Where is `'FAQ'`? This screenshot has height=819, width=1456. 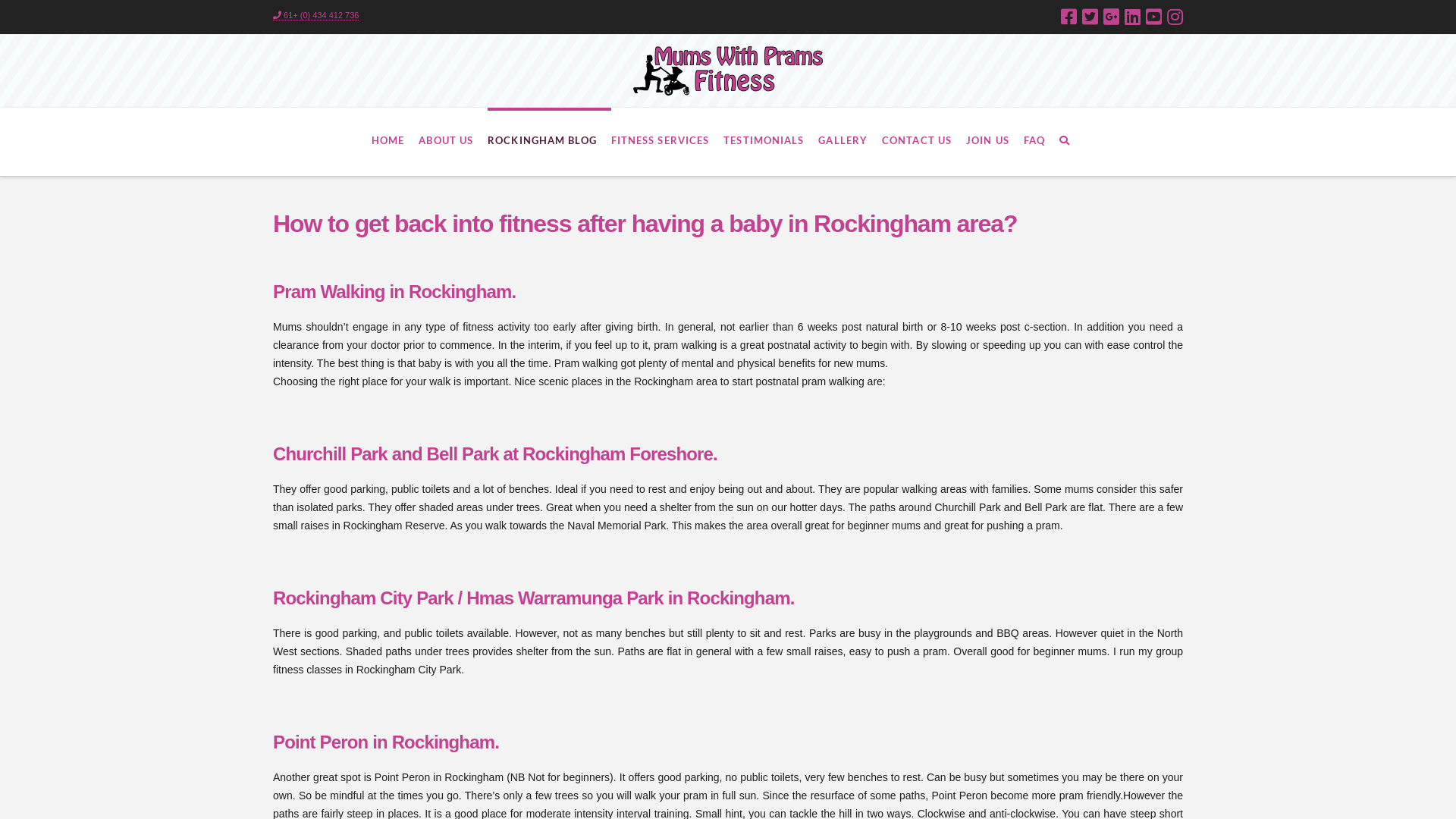 'FAQ' is located at coordinates (1040, 141).